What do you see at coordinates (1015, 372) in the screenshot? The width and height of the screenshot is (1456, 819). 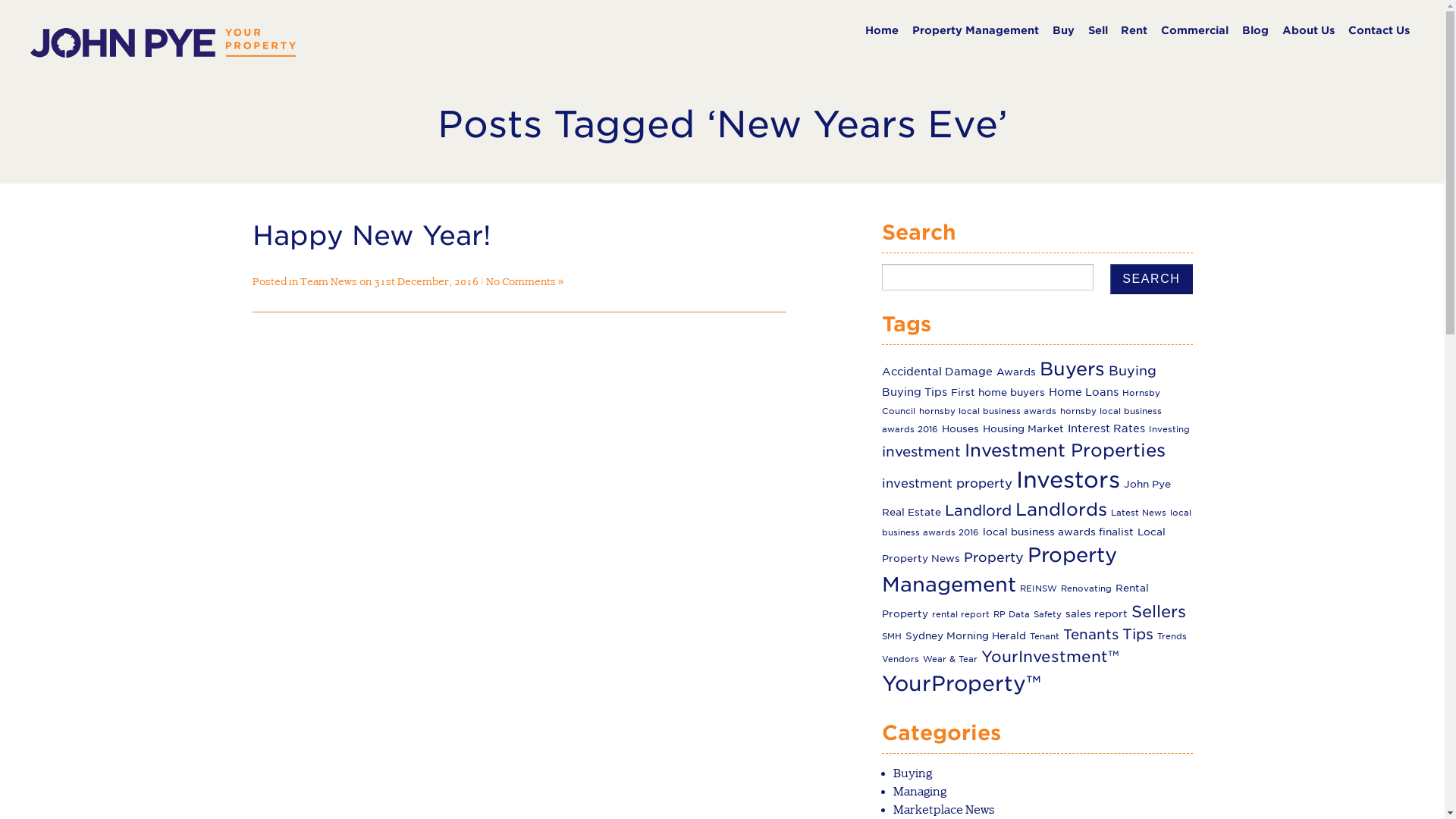 I see `'Awards'` at bounding box center [1015, 372].